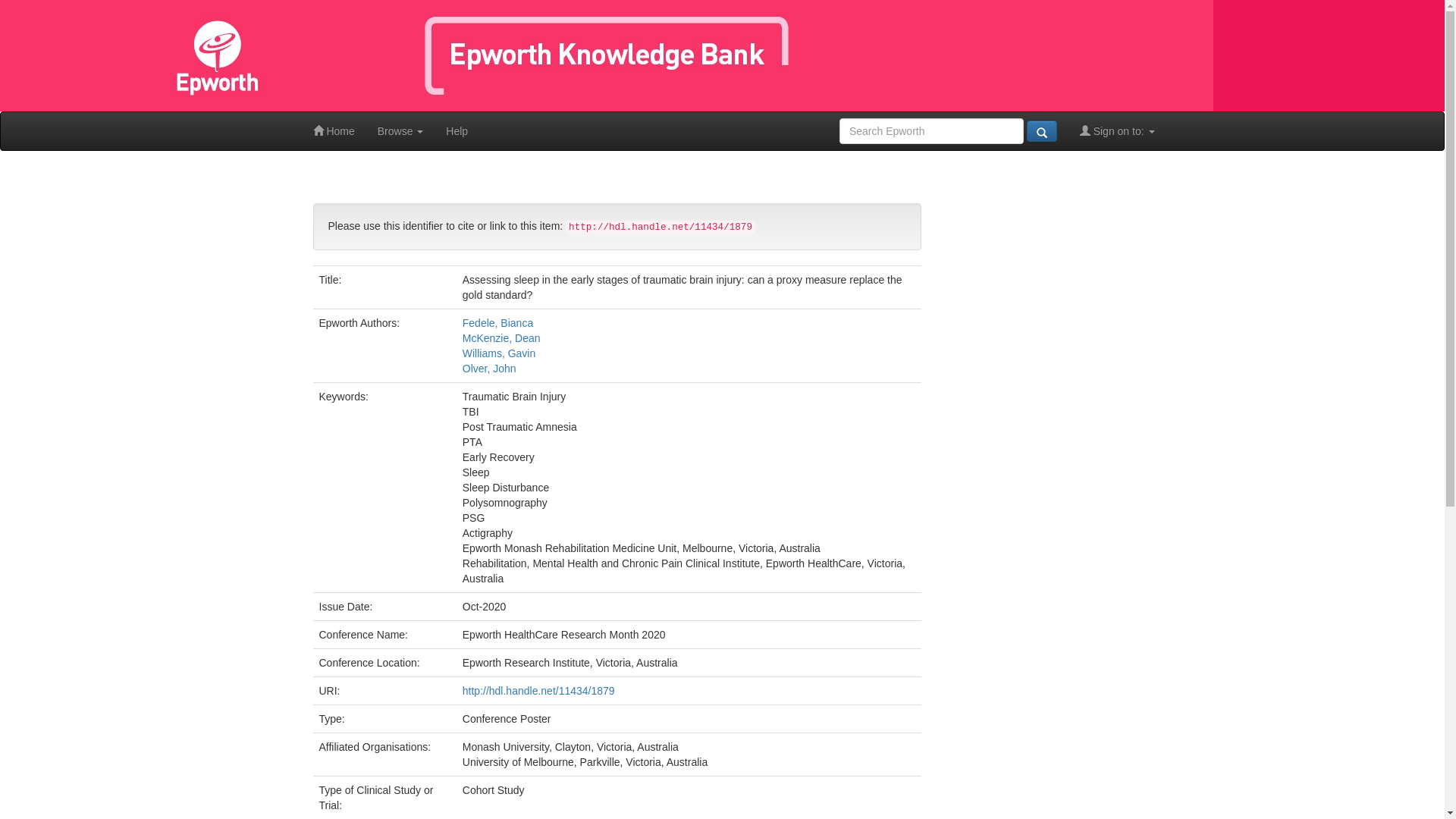 The image size is (1456, 819). What do you see at coordinates (400, 130) in the screenshot?
I see `'Browse'` at bounding box center [400, 130].